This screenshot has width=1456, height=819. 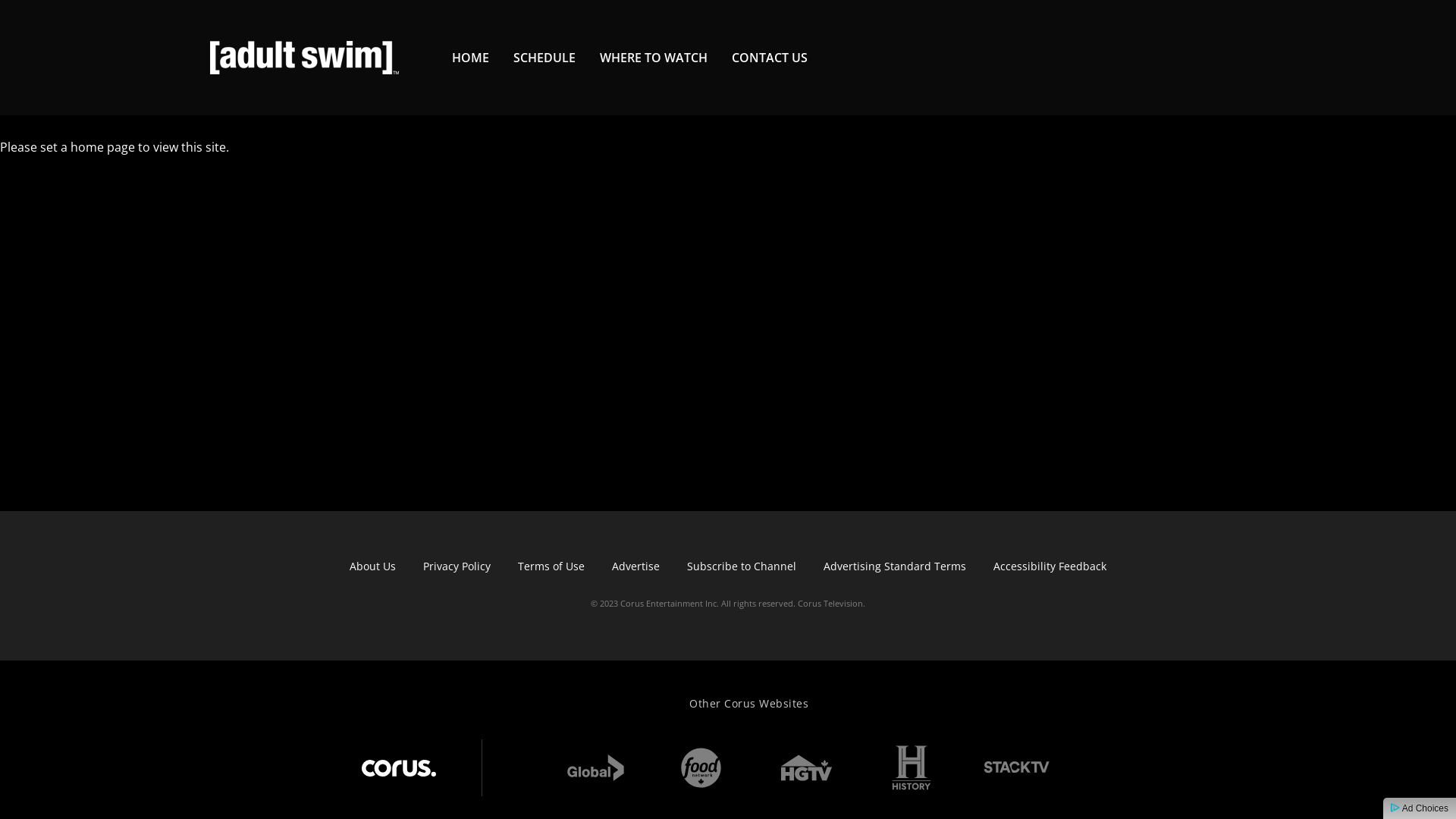 I want to click on 'Adult Swim', so click(x=303, y=57).